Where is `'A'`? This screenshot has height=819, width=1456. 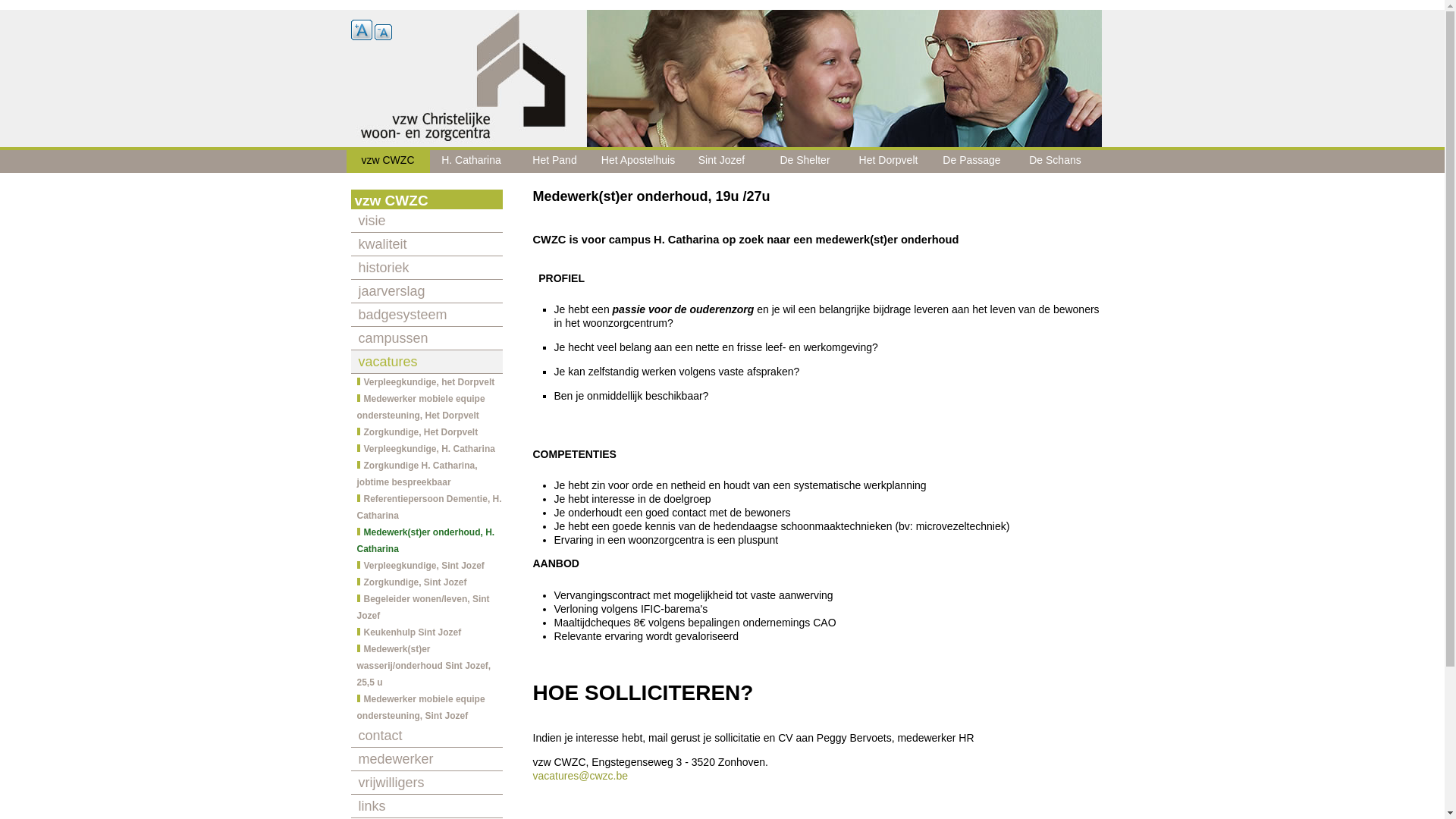 'A' is located at coordinates (359, 30).